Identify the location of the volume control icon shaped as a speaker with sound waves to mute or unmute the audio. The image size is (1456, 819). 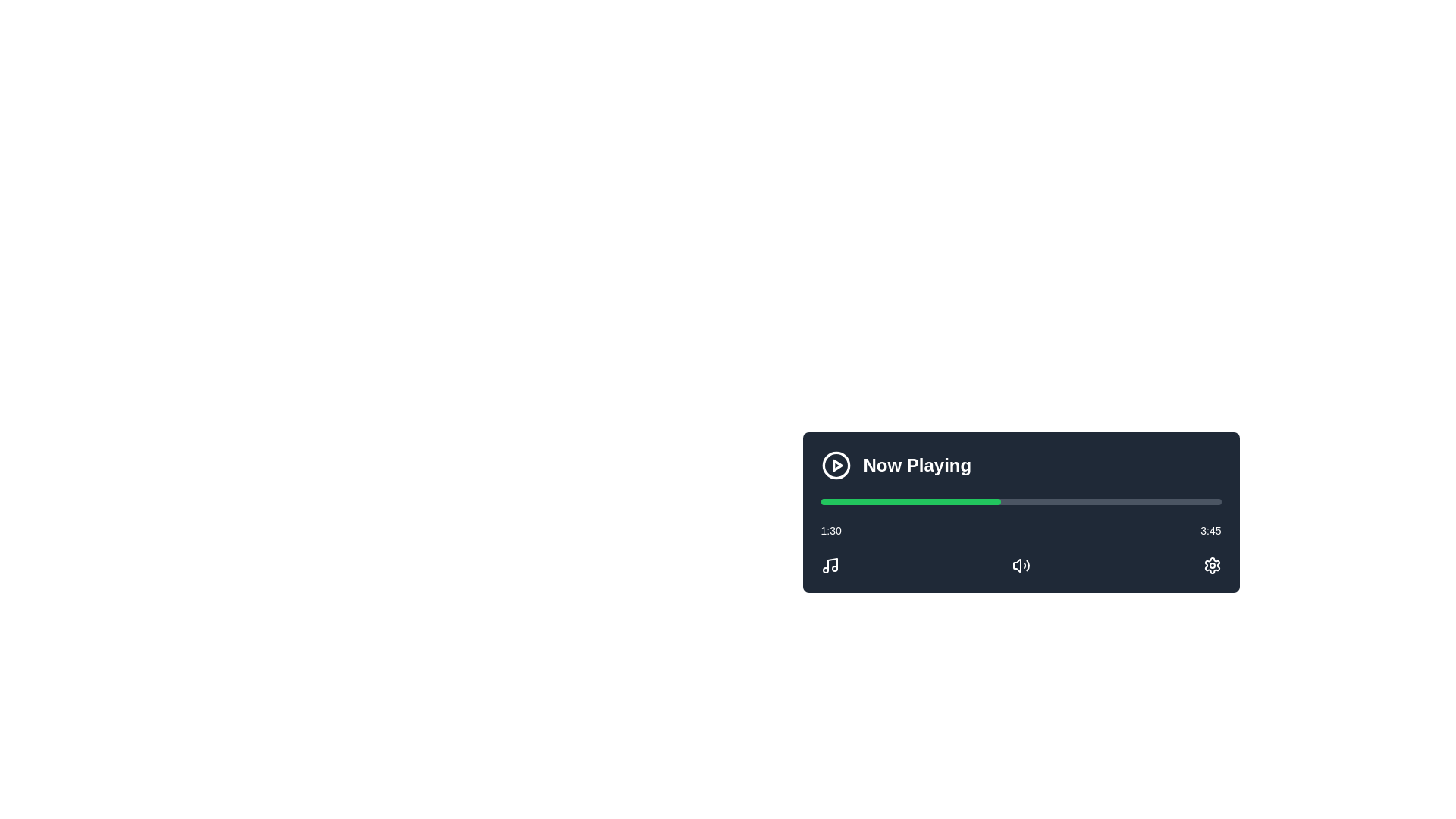
(1021, 565).